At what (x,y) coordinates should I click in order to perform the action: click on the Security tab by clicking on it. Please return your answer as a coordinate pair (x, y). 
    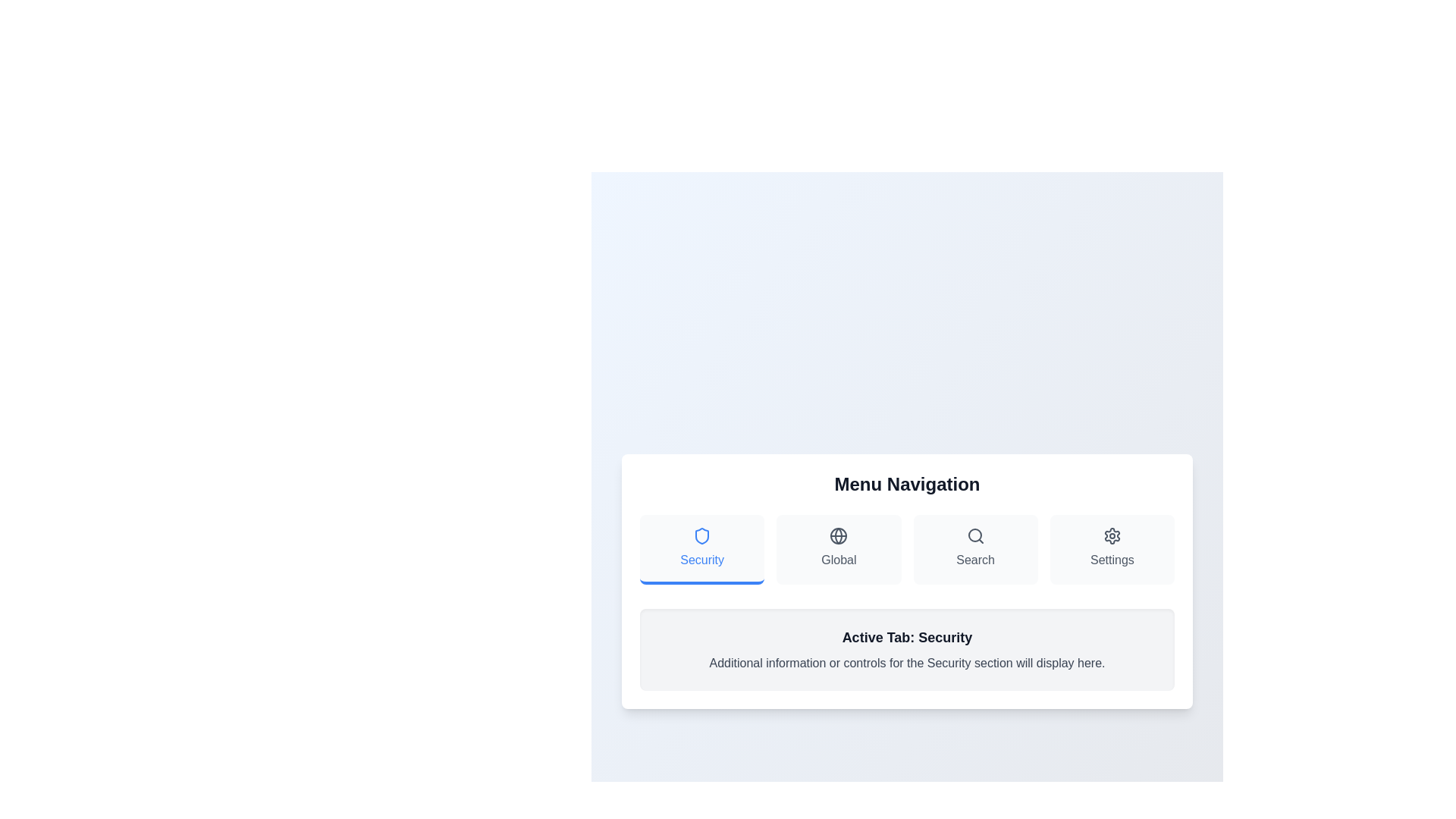
    Looking at the image, I should click on (701, 550).